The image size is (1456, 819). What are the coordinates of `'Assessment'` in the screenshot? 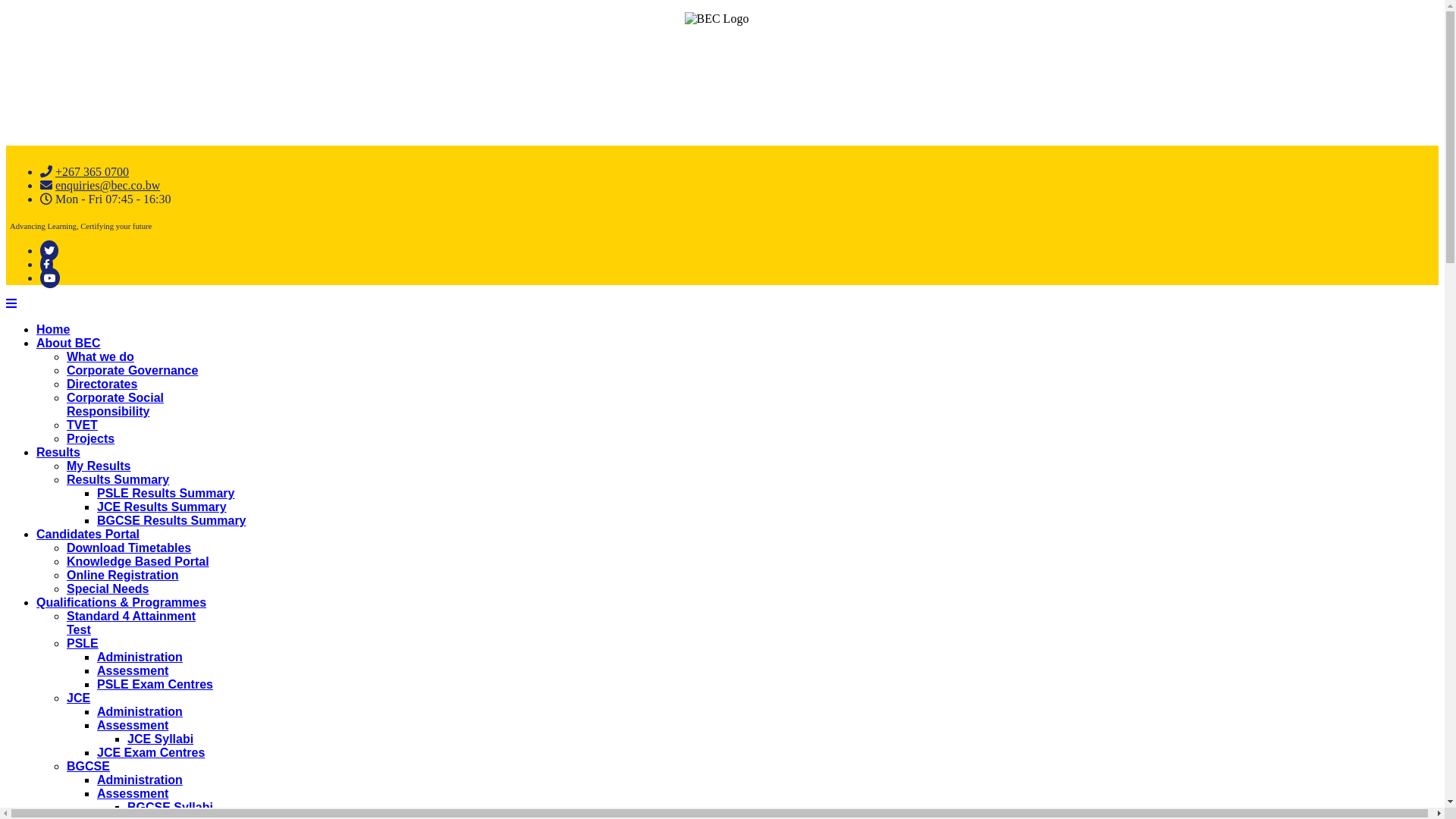 It's located at (96, 670).